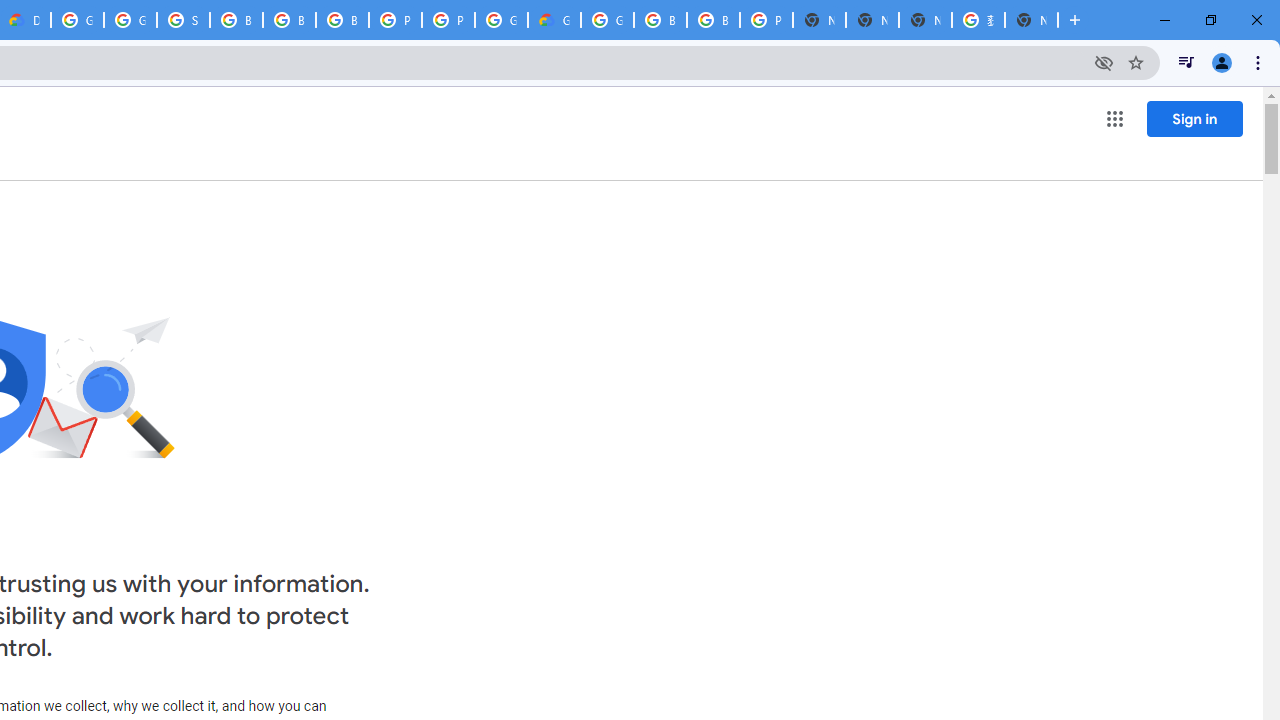 The height and width of the screenshot is (720, 1280). Describe the element at coordinates (236, 20) in the screenshot. I see `'Browse Chrome as a guest - Computer - Google Chrome Help'` at that location.